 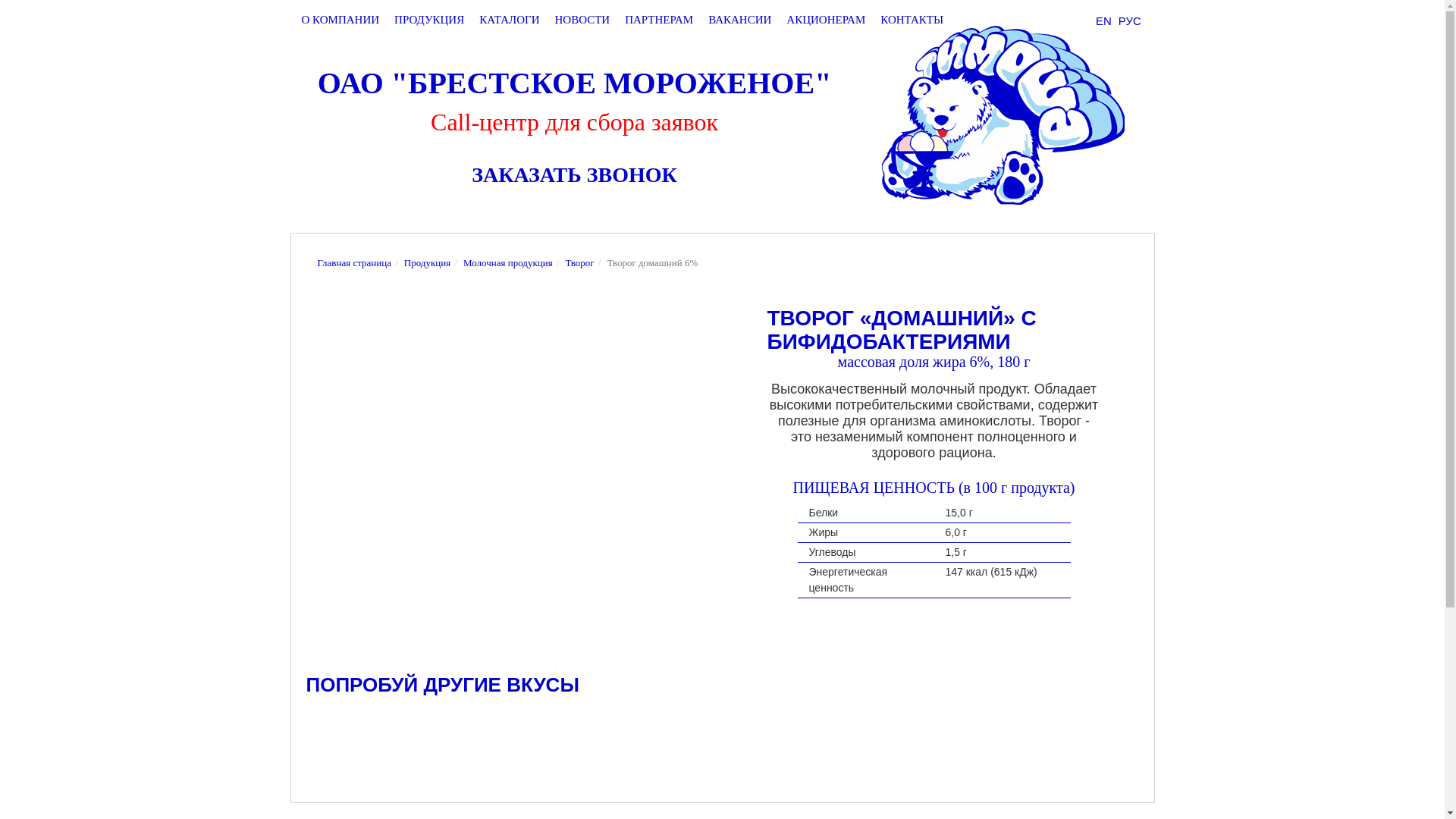 I want to click on 'EN', so click(x=1103, y=20).